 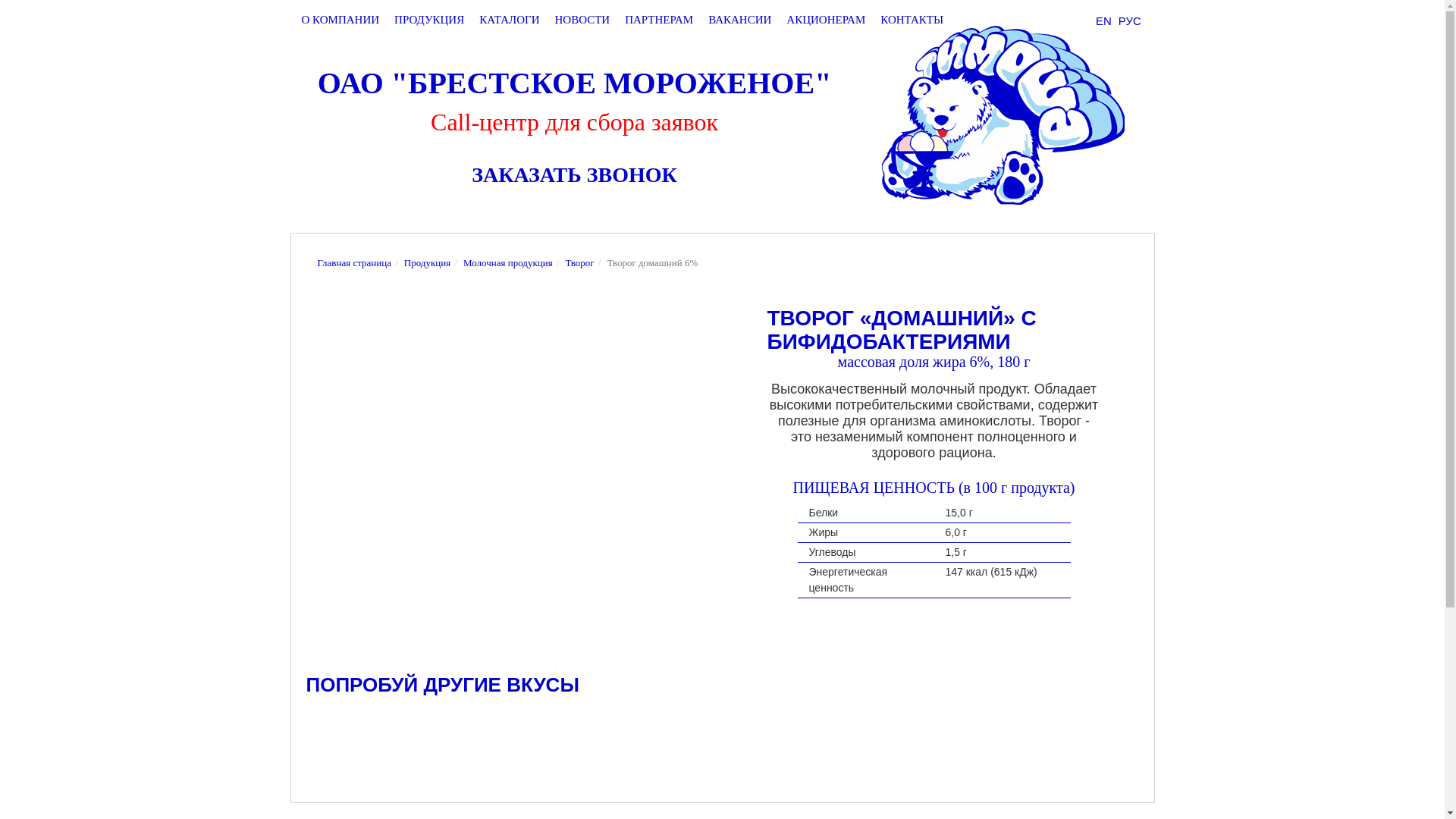 I want to click on 'EN', so click(x=1103, y=20).